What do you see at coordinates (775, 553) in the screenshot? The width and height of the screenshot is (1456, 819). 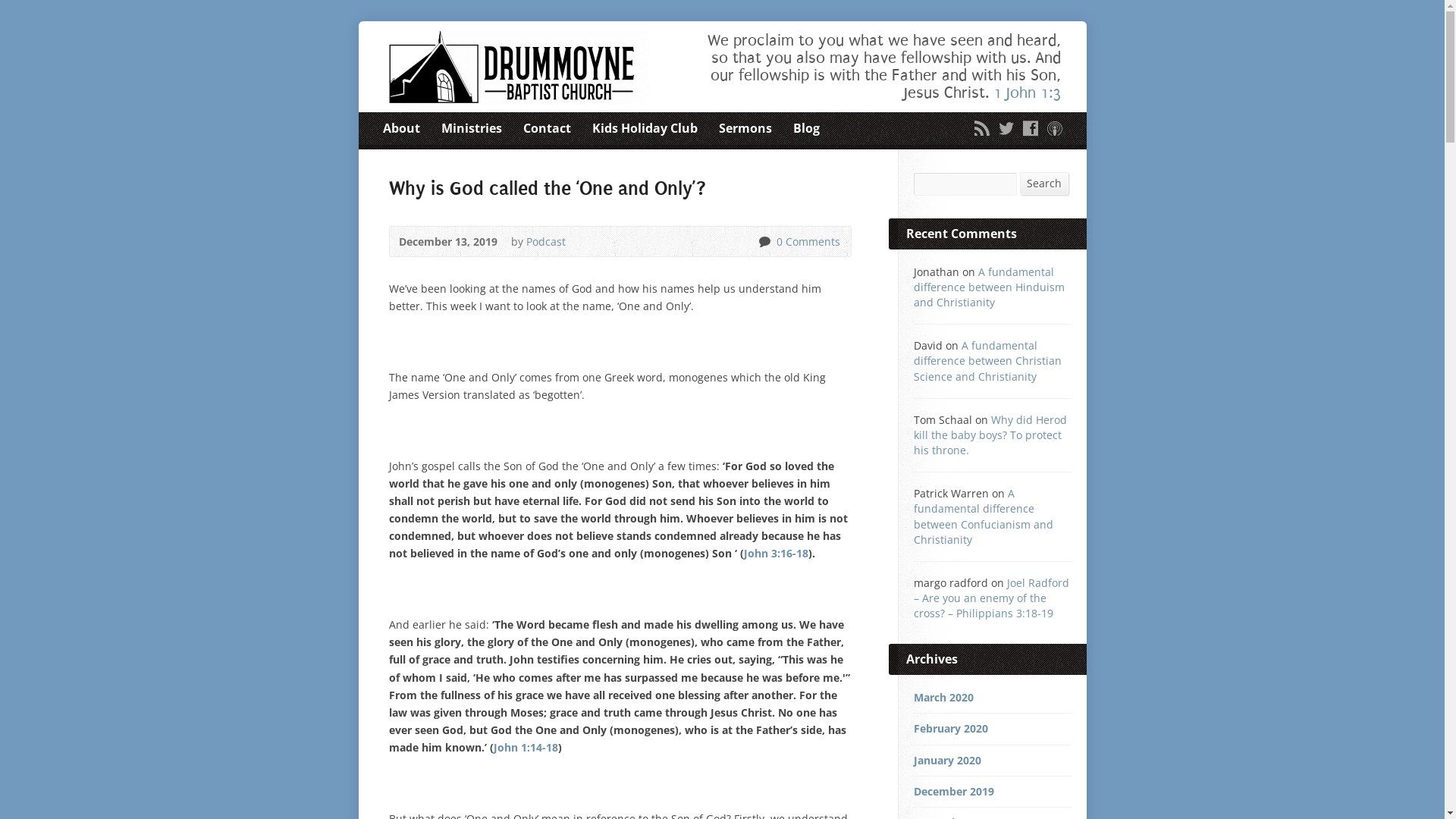 I see `'John 3:16-18'` at bounding box center [775, 553].